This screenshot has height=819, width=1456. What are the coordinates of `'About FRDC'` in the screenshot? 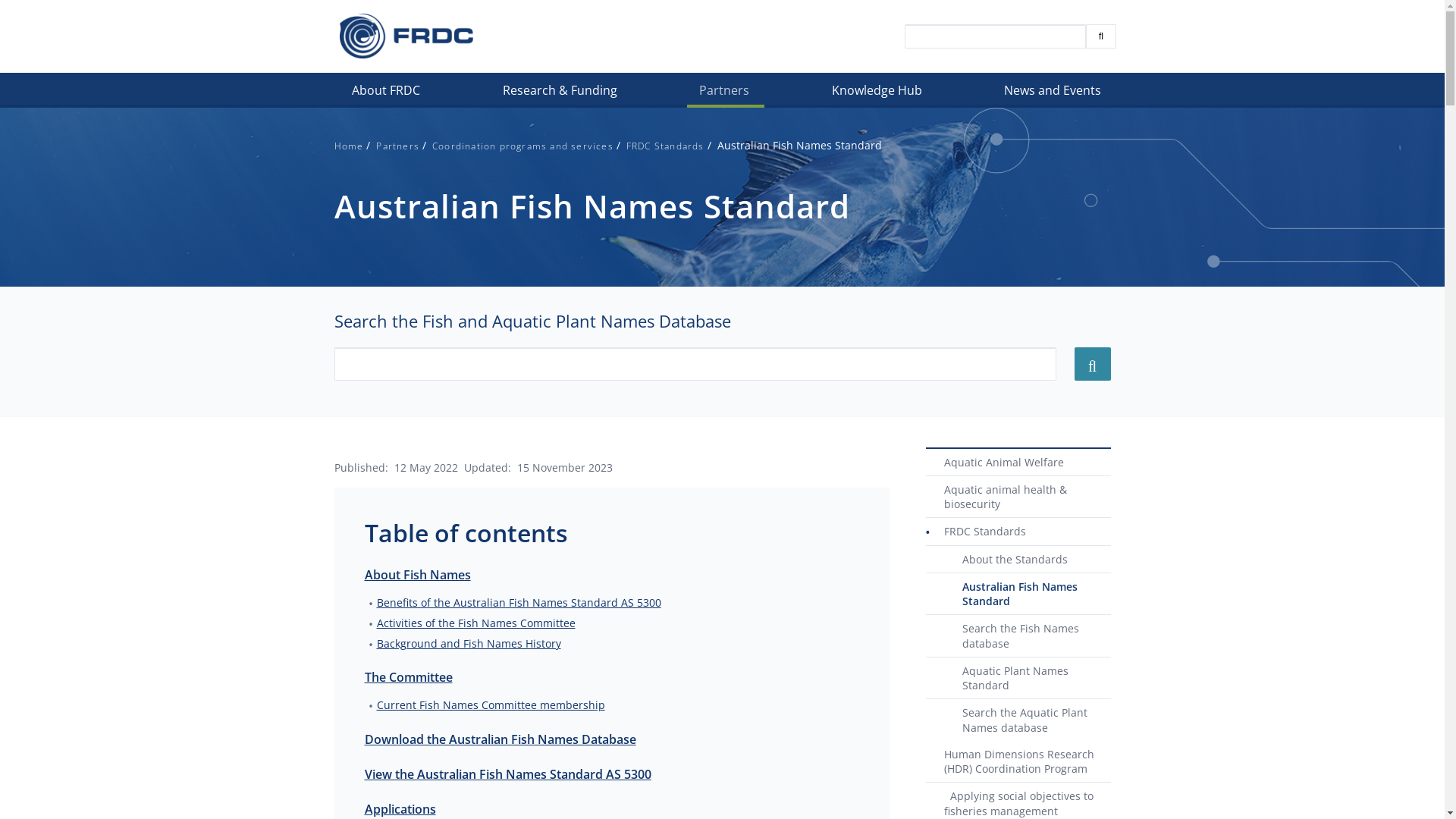 It's located at (338, 93).